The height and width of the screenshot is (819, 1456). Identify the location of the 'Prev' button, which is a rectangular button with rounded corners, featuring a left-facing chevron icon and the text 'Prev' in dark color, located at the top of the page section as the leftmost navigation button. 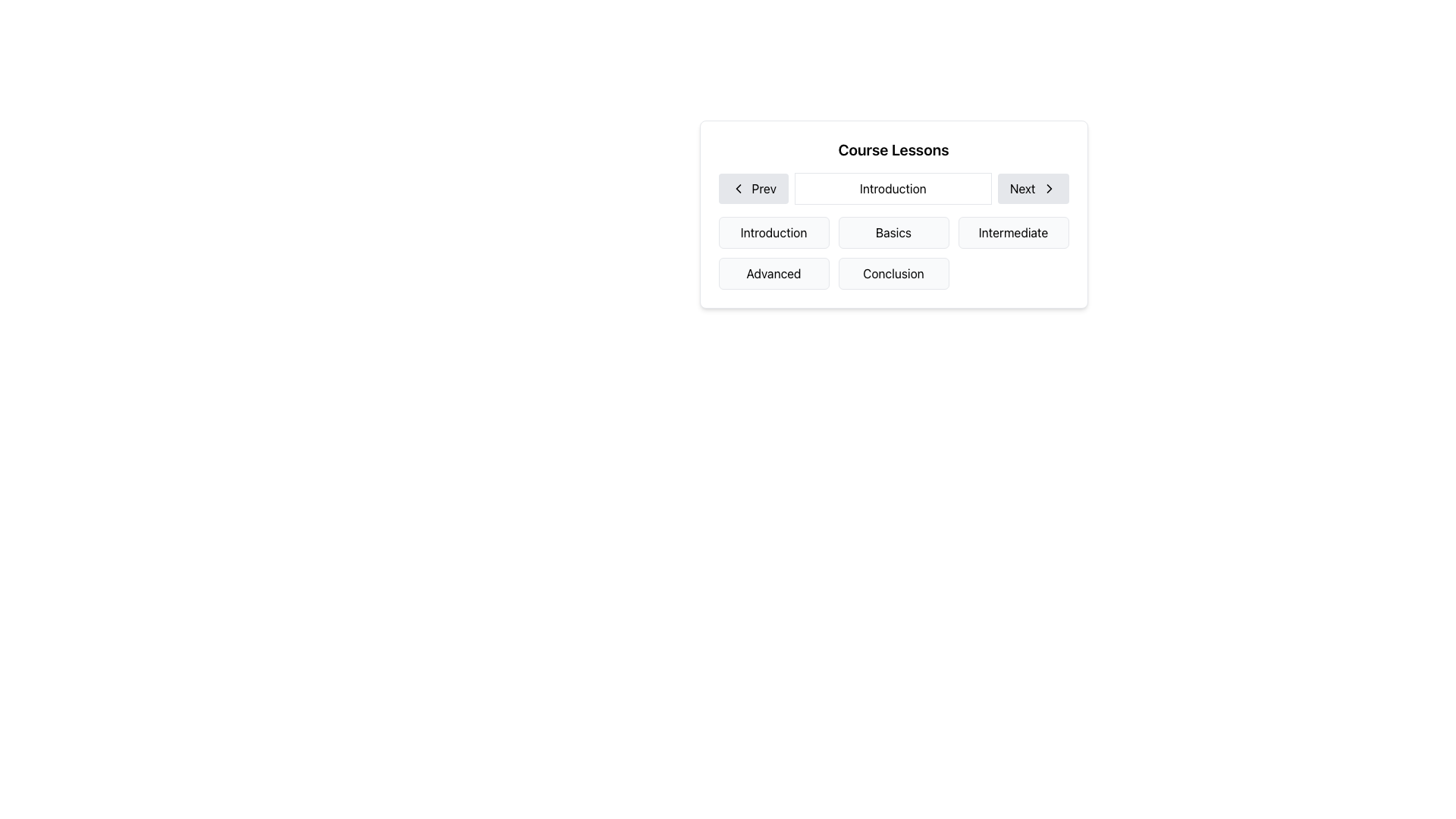
(753, 188).